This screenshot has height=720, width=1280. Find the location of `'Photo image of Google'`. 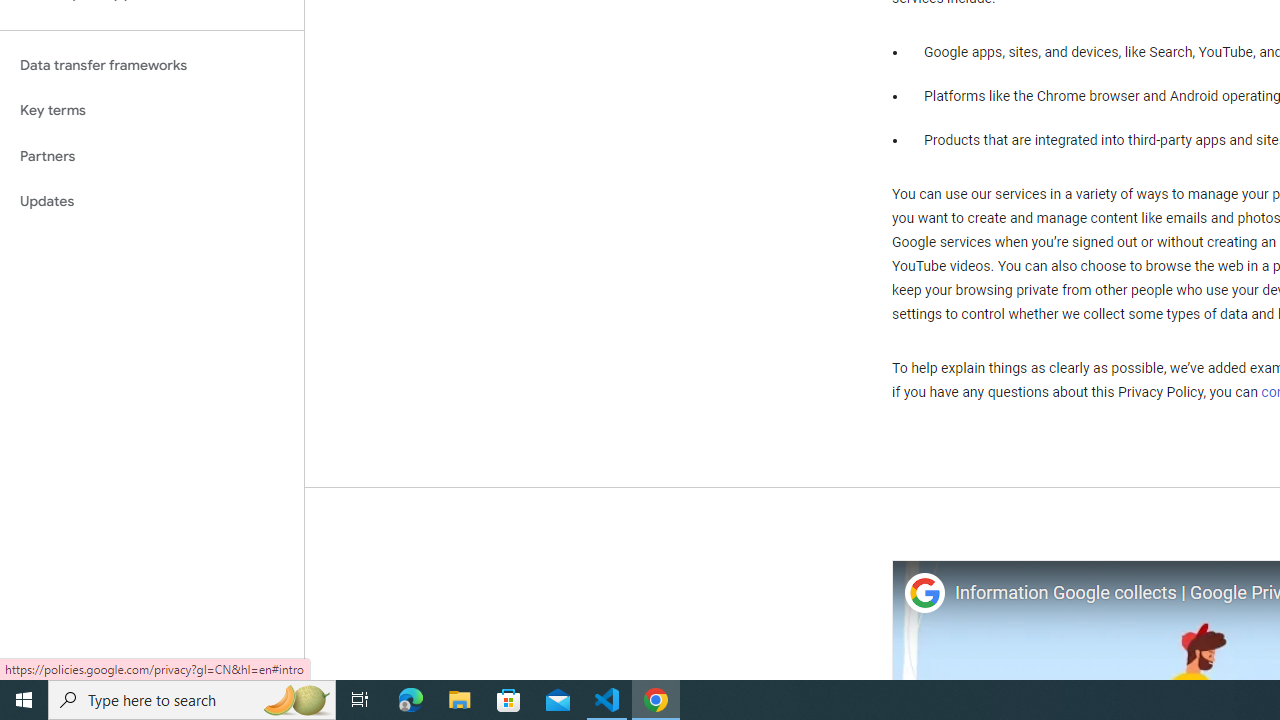

'Photo image of Google' is located at coordinates (923, 592).